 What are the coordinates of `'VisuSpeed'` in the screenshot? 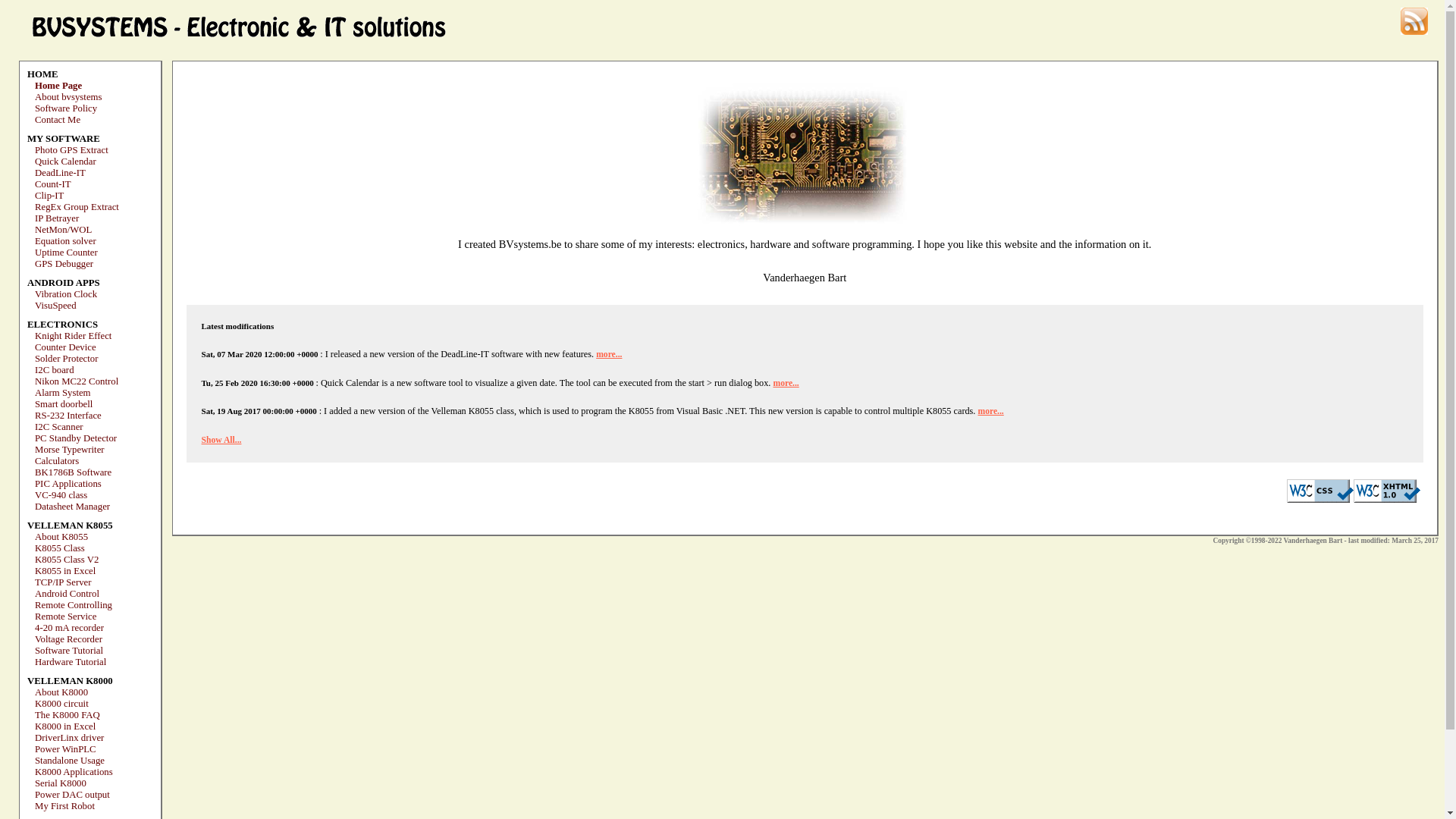 It's located at (55, 305).